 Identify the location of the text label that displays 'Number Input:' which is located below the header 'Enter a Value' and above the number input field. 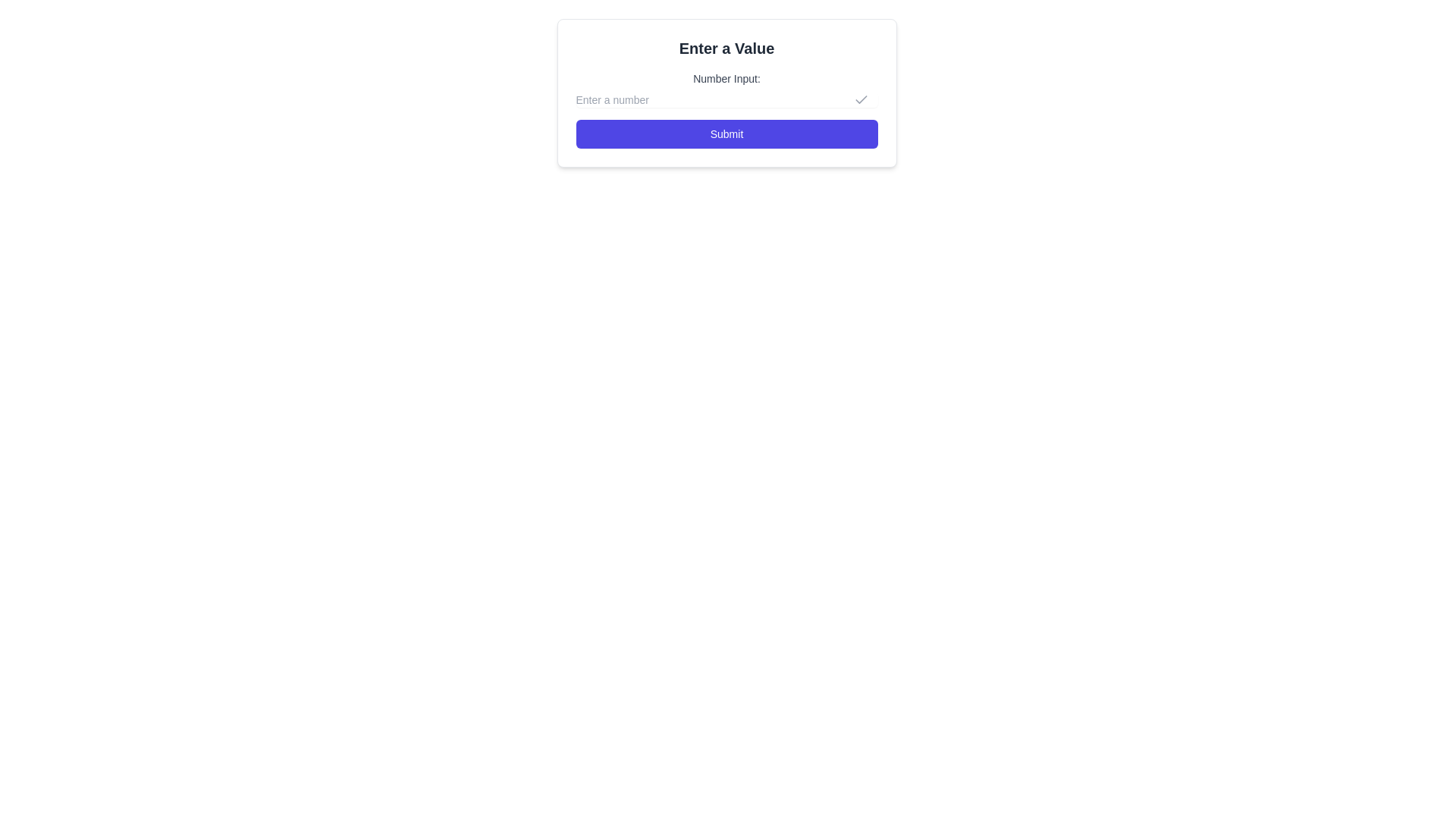
(726, 79).